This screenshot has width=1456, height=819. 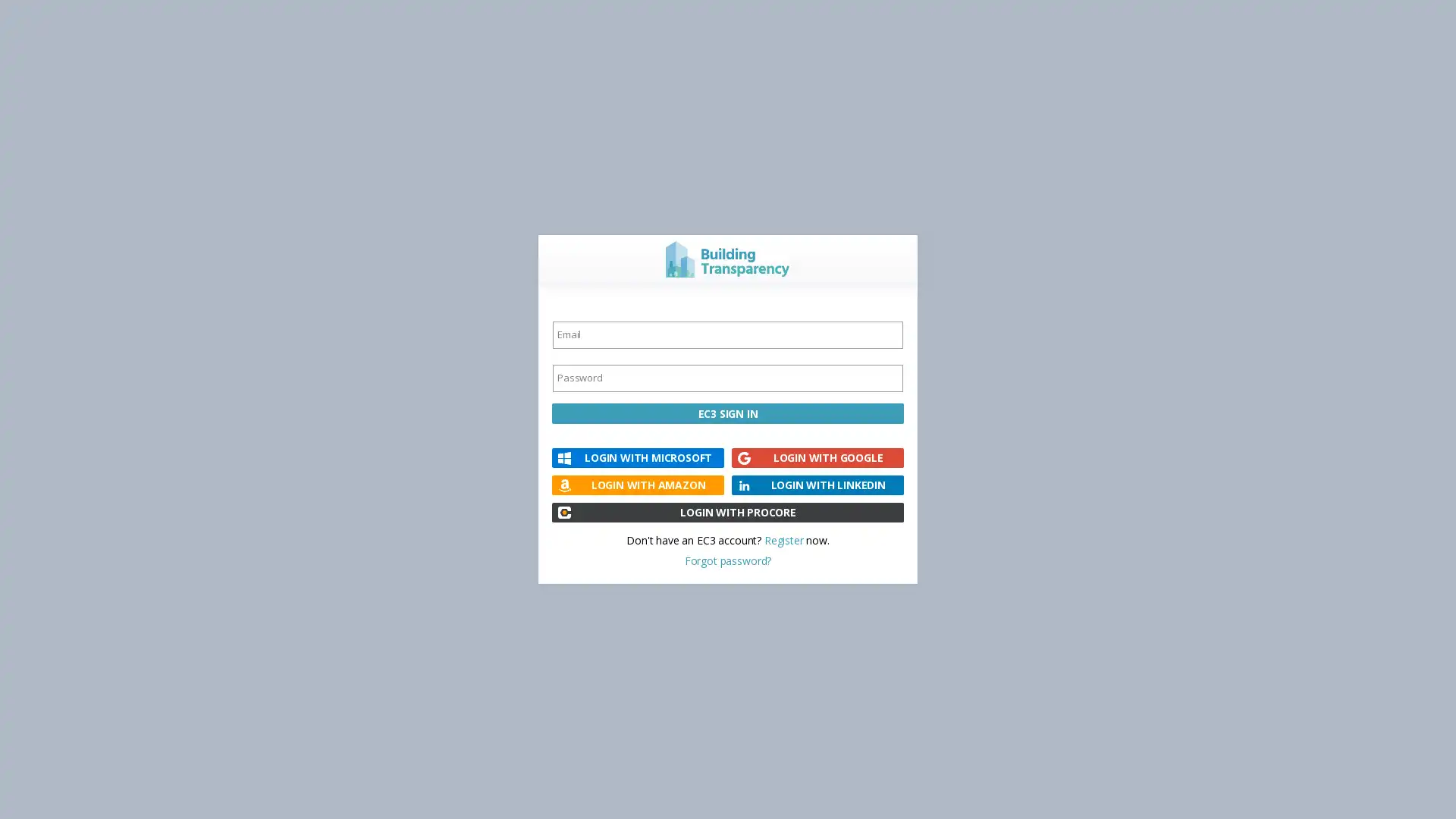 What do you see at coordinates (817, 453) in the screenshot?
I see `LOGIN WITH GOOGLE` at bounding box center [817, 453].